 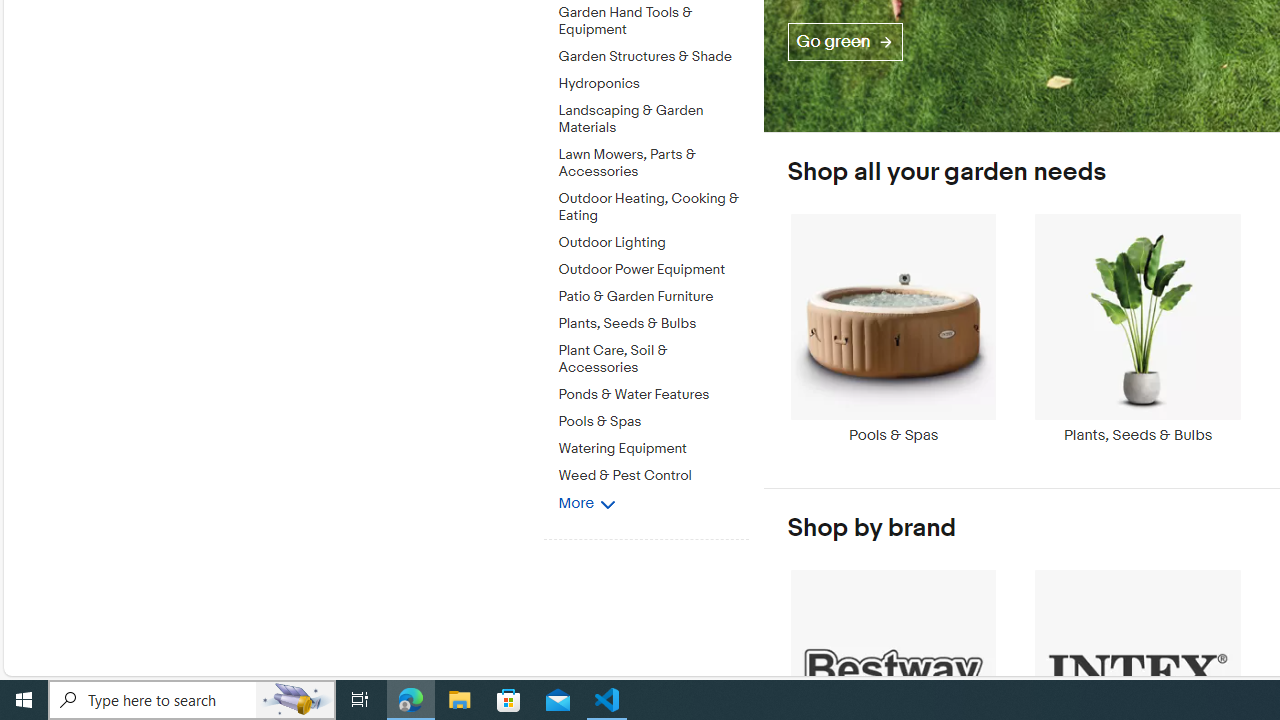 I want to click on 'Outdoor Heating, Cooking & Eating', so click(x=653, y=208).